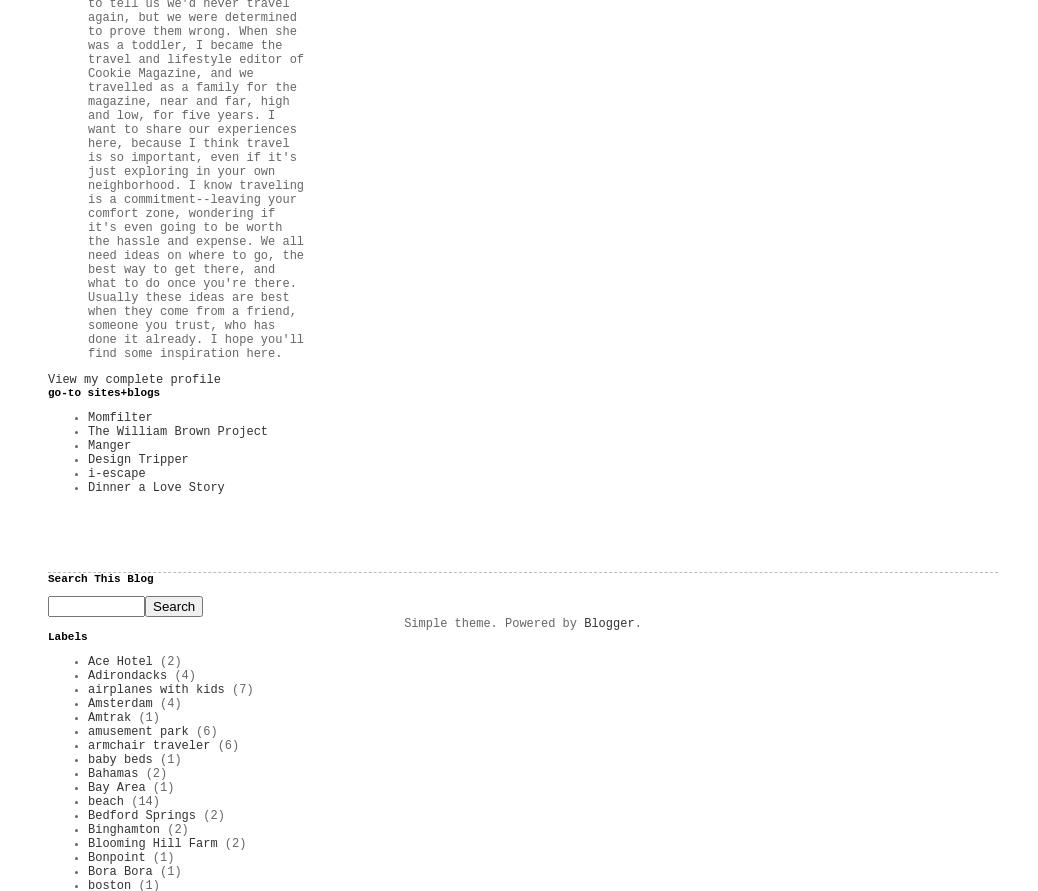  Describe the element at coordinates (144, 801) in the screenshot. I see `'(14)'` at that location.